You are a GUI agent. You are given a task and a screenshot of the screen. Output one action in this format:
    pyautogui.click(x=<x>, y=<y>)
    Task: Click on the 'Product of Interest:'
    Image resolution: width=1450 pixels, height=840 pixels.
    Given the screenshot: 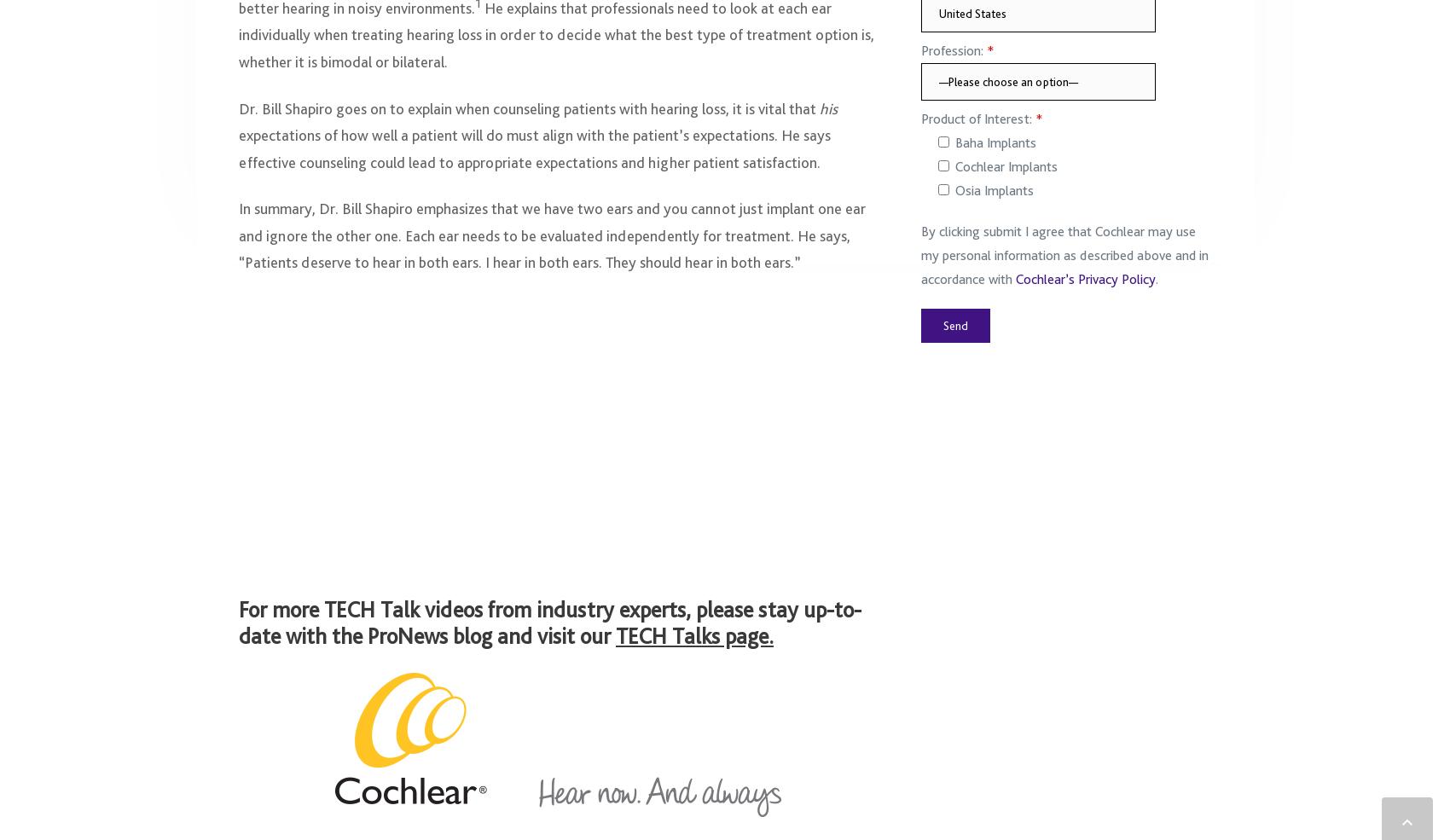 What is the action you would take?
    pyautogui.click(x=977, y=127)
    